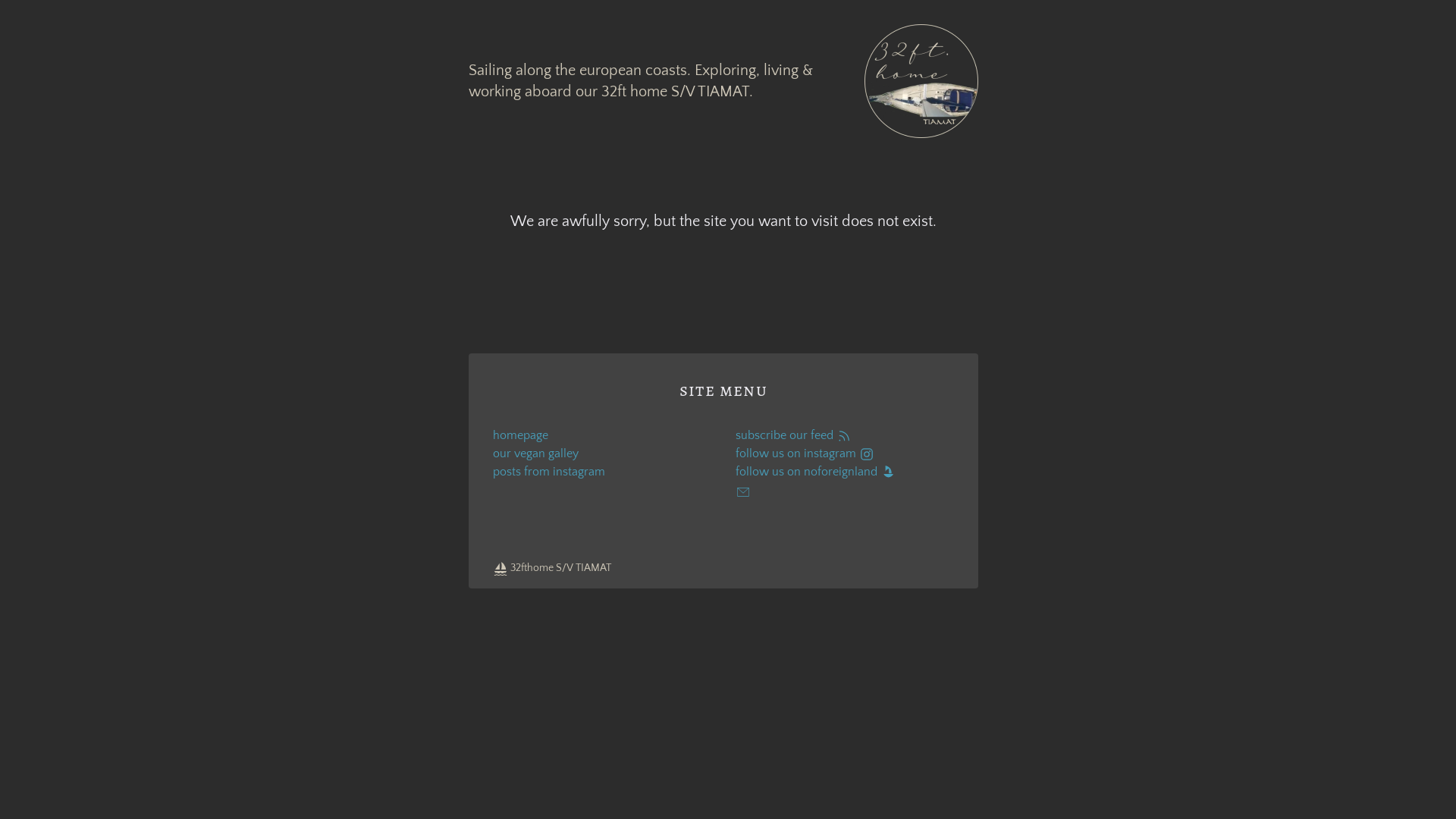  What do you see at coordinates (843, 452) in the screenshot?
I see `'follow us on instagram'` at bounding box center [843, 452].